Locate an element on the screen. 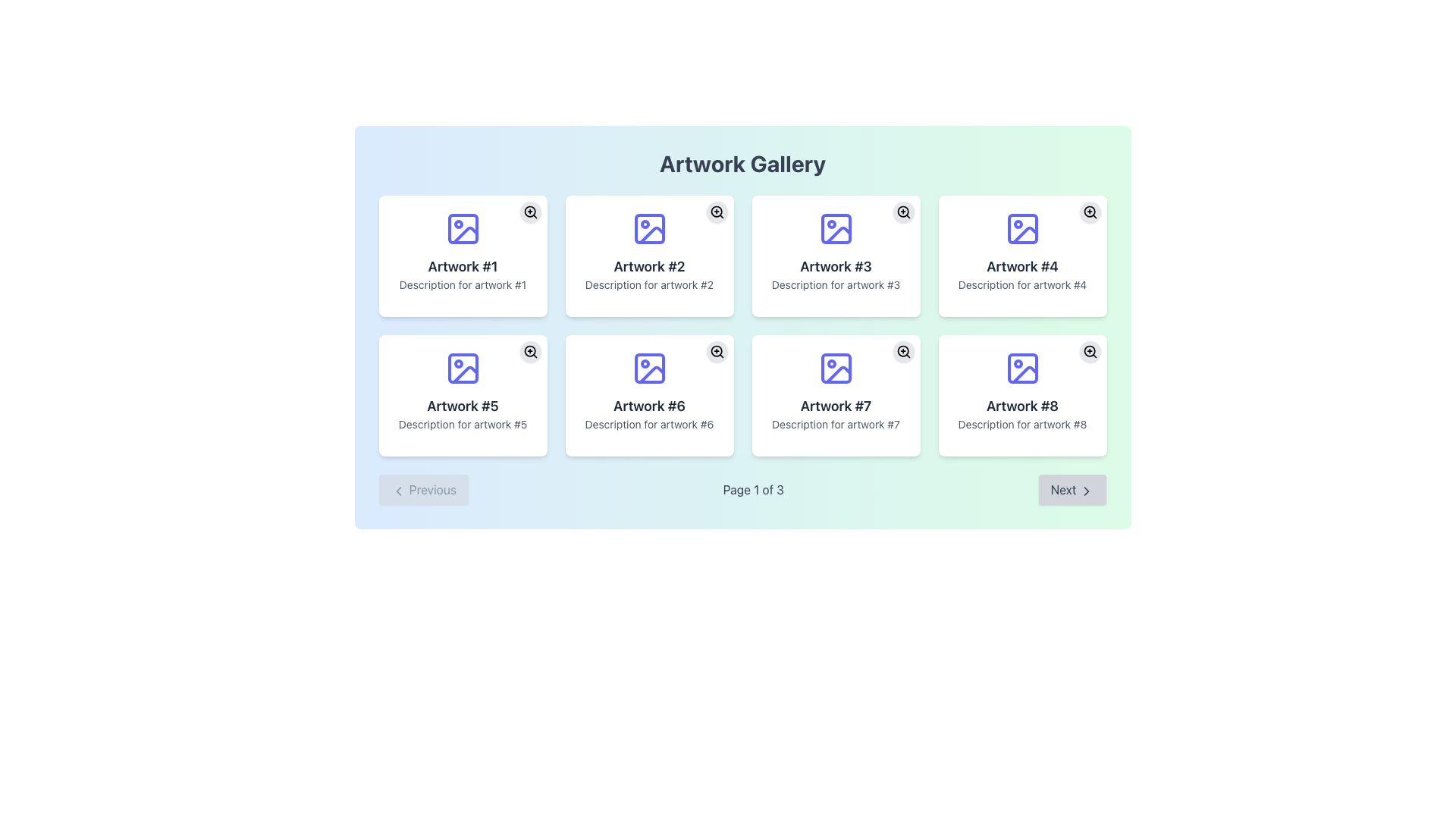 This screenshot has height=819, width=1456. the magnifying glass icon button located in the top-right corner of the 'Artwork #2' card is located at coordinates (716, 212).